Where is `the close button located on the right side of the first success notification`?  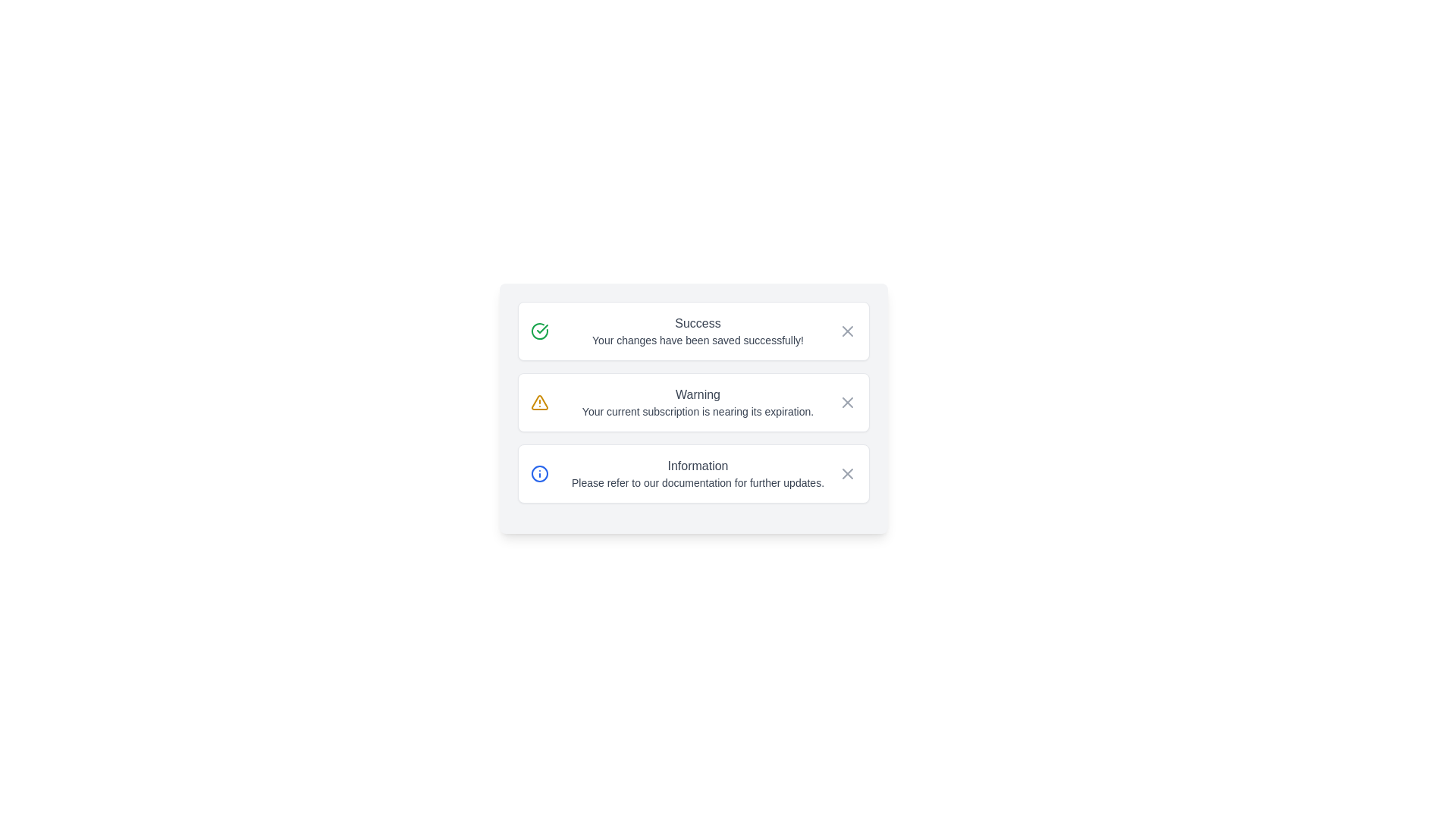 the close button located on the right side of the first success notification is located at coordinates (846, 330).